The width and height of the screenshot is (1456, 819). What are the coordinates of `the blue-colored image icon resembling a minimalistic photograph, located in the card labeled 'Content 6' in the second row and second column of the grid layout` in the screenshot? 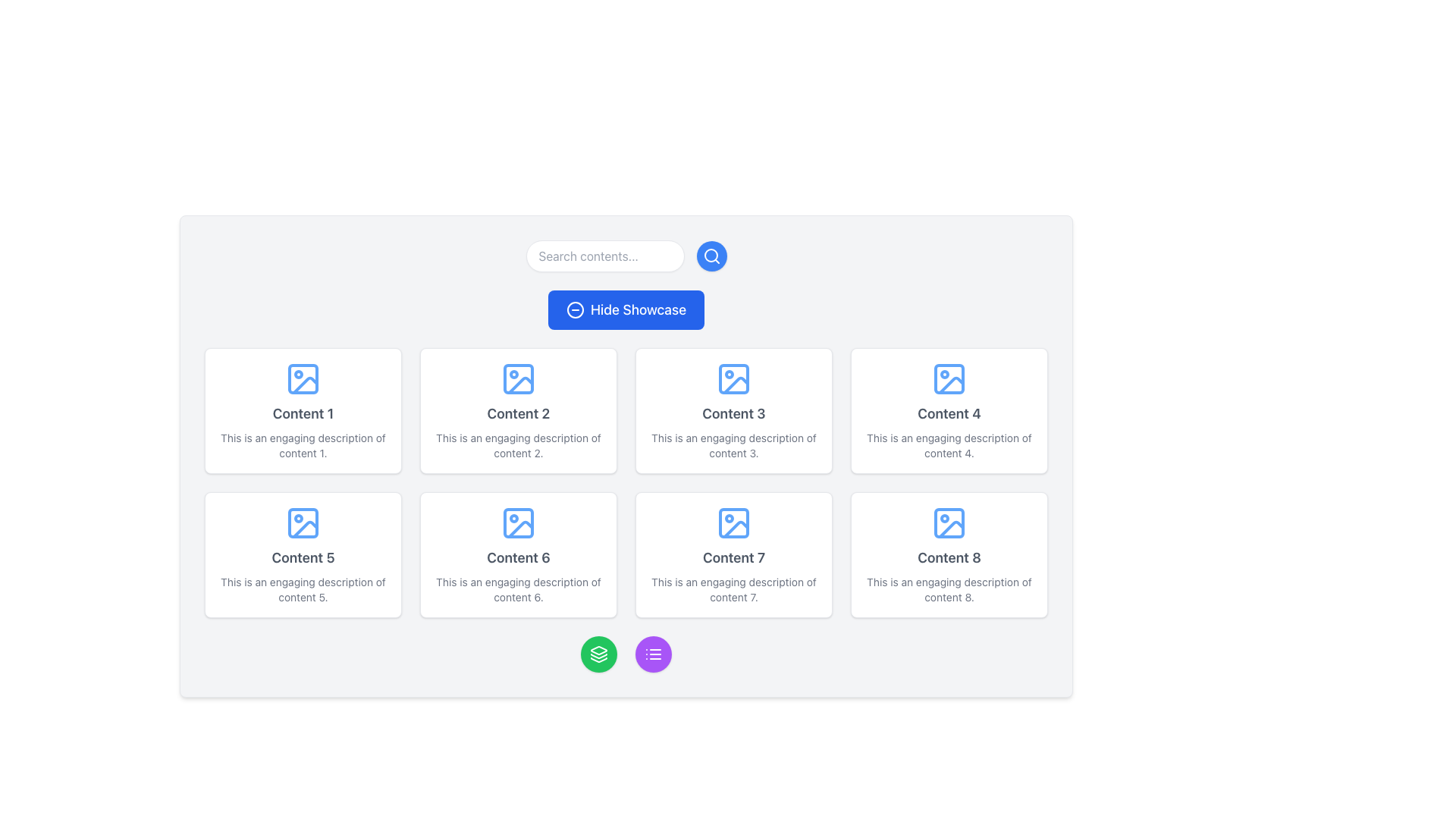 It's located at (519, 522).